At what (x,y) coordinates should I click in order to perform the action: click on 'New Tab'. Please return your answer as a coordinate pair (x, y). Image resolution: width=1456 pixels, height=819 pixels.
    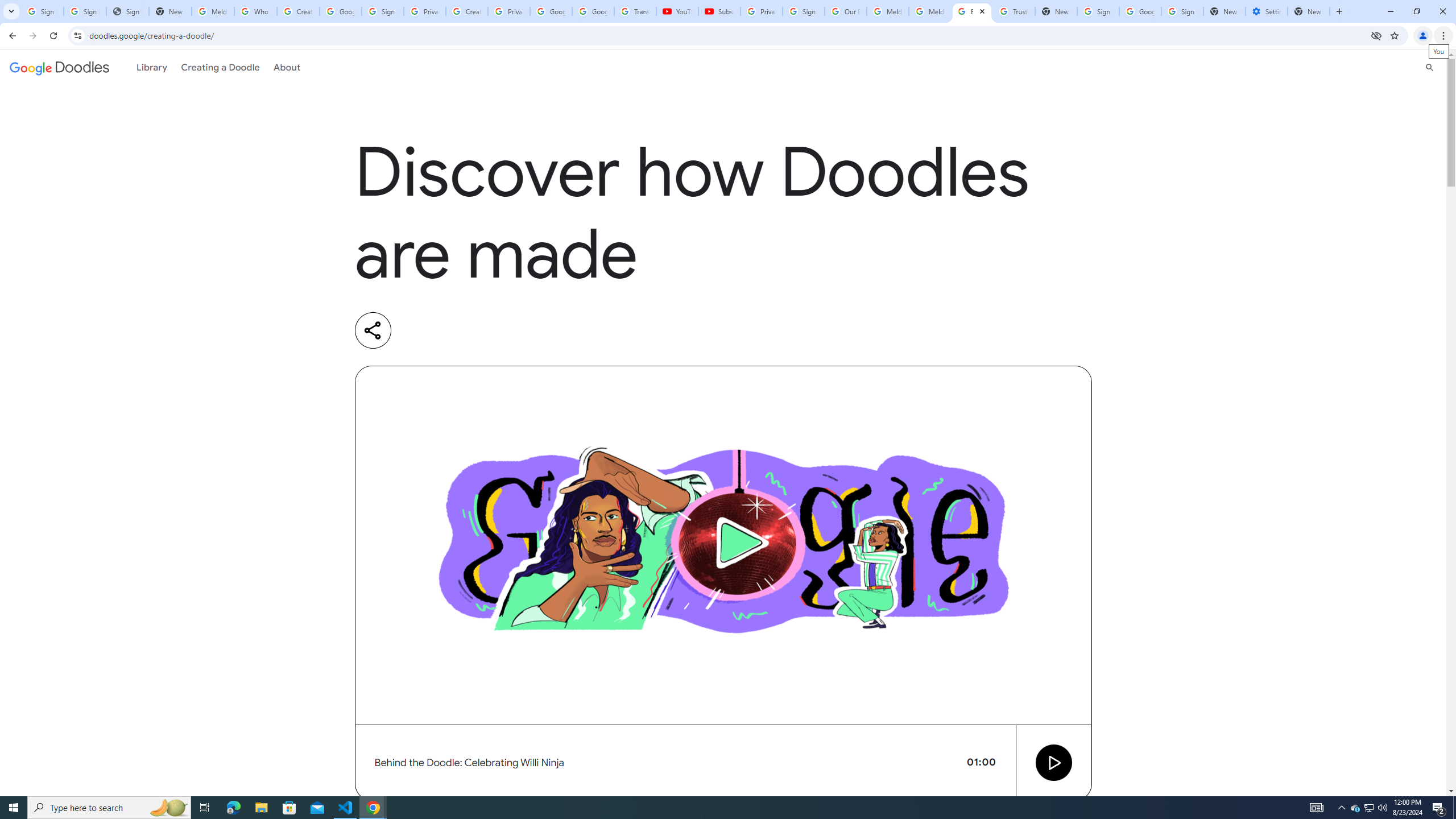
    Looking at the image, I should click on (1308, 11).